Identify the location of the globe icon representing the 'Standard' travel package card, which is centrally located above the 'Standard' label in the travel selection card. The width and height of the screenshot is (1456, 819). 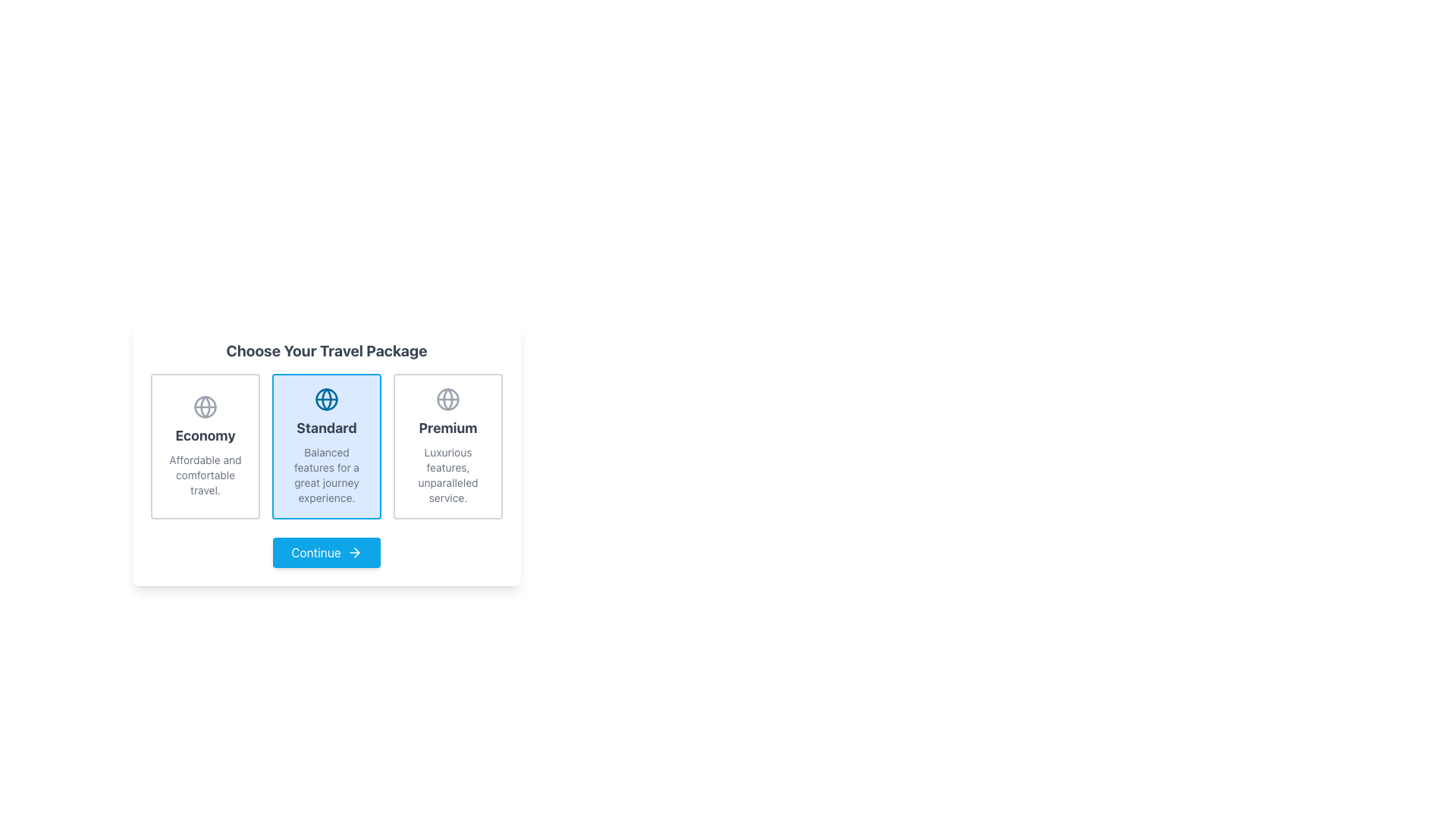
(326, 399).